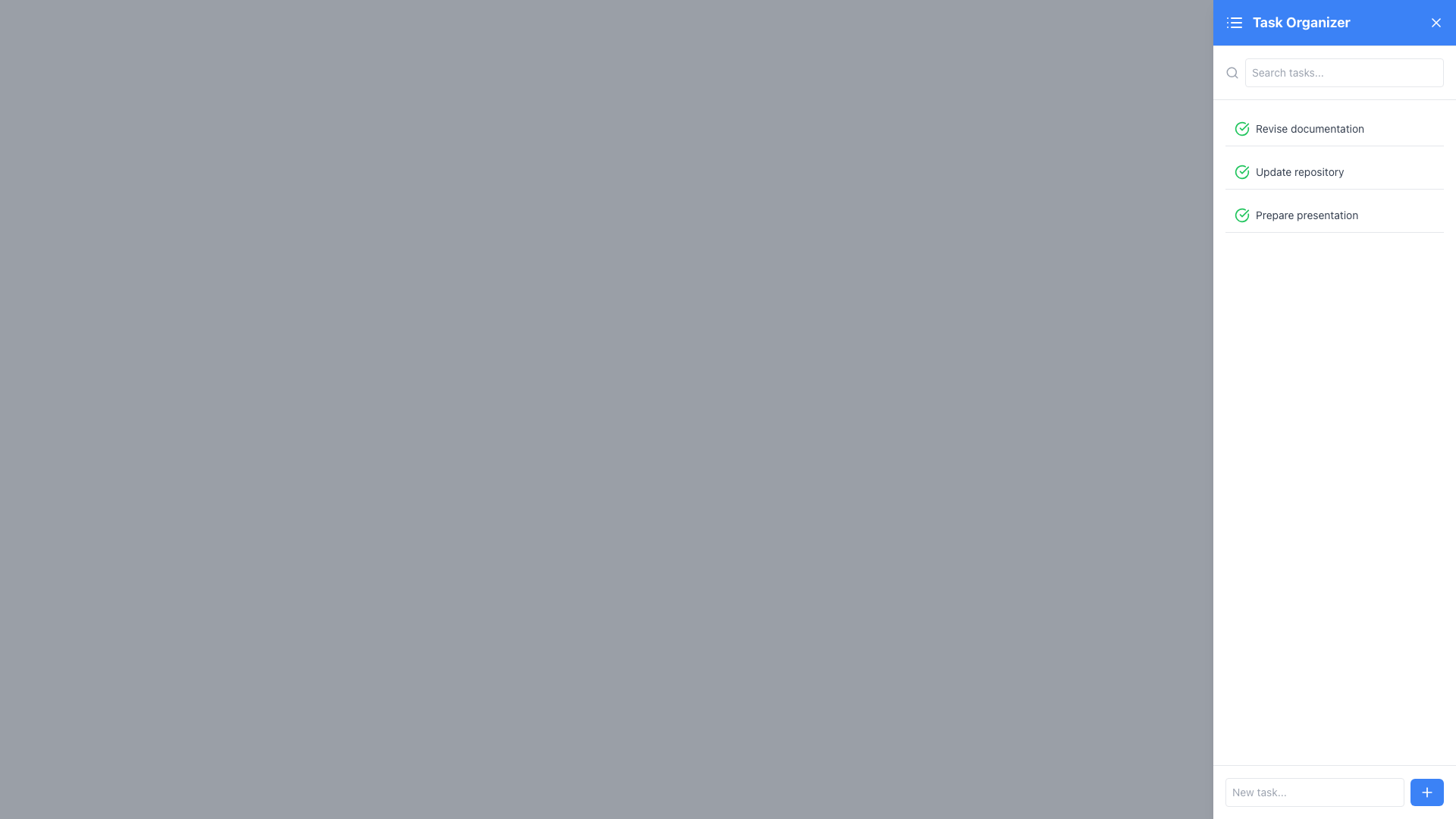  Describe the element at coordinates (1287, 23) in the screenshot. I see `the Header title with an accompanying icon located at the top-left side of the blue header section, to the left of the closing button marked with an 'X'` at that location.